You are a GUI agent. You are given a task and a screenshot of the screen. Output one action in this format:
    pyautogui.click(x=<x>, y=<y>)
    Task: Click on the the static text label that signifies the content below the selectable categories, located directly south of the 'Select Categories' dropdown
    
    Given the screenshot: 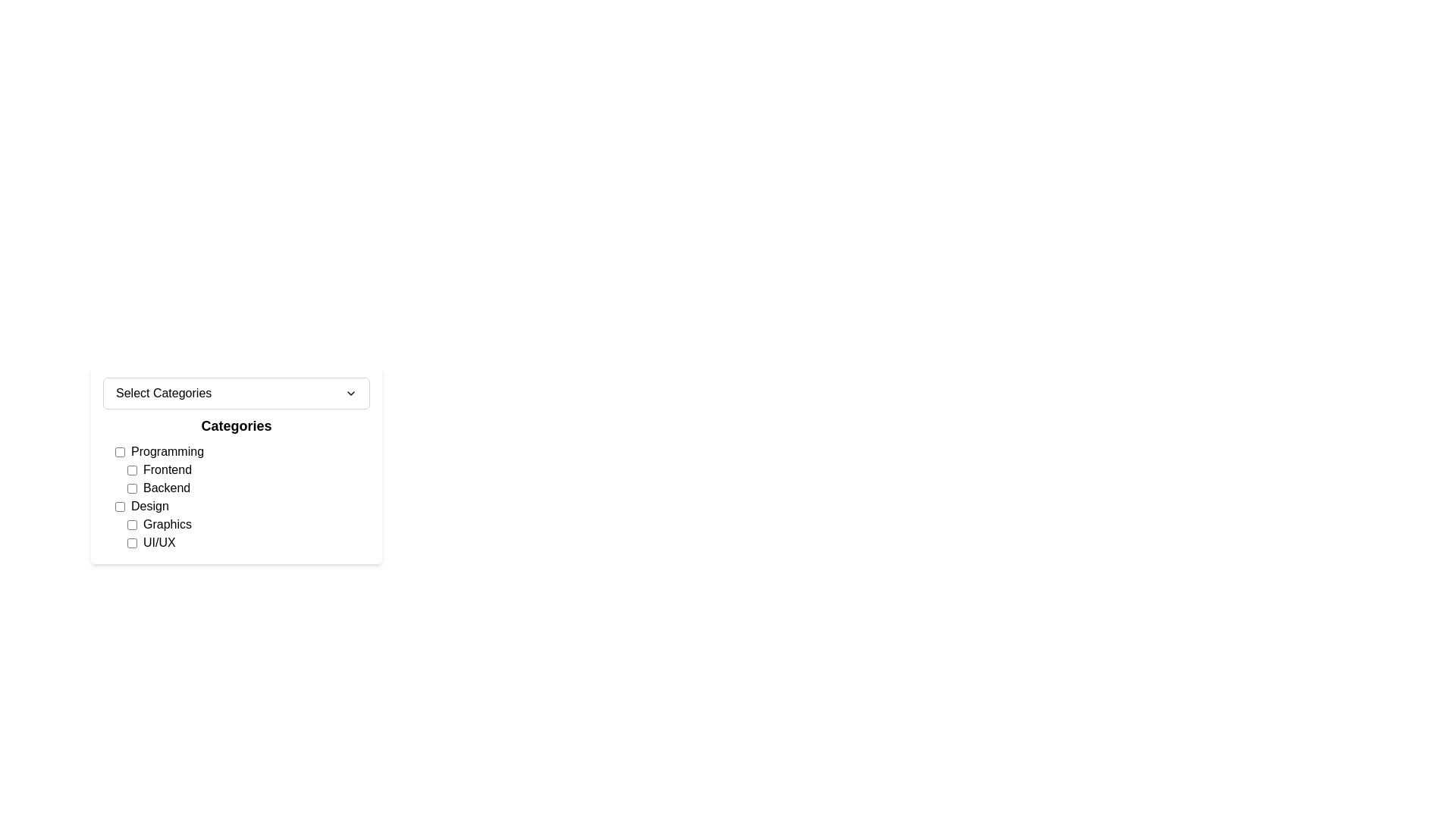 What is the action you would take?
    pyautogui.click(x=236, y=426)
    